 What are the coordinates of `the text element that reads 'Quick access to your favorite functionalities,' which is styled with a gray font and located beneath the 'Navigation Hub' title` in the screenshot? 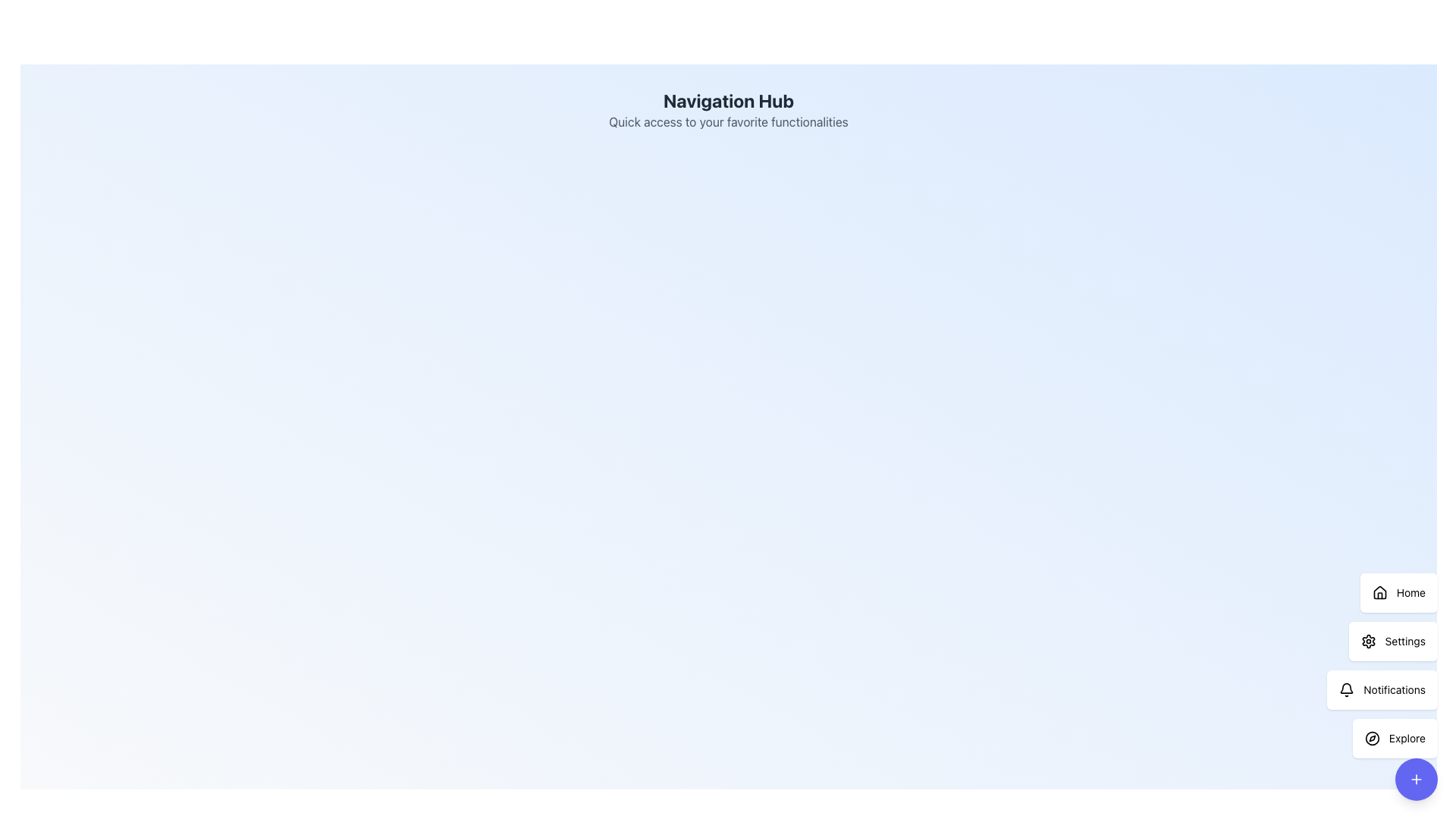 It's located at (728, 121).